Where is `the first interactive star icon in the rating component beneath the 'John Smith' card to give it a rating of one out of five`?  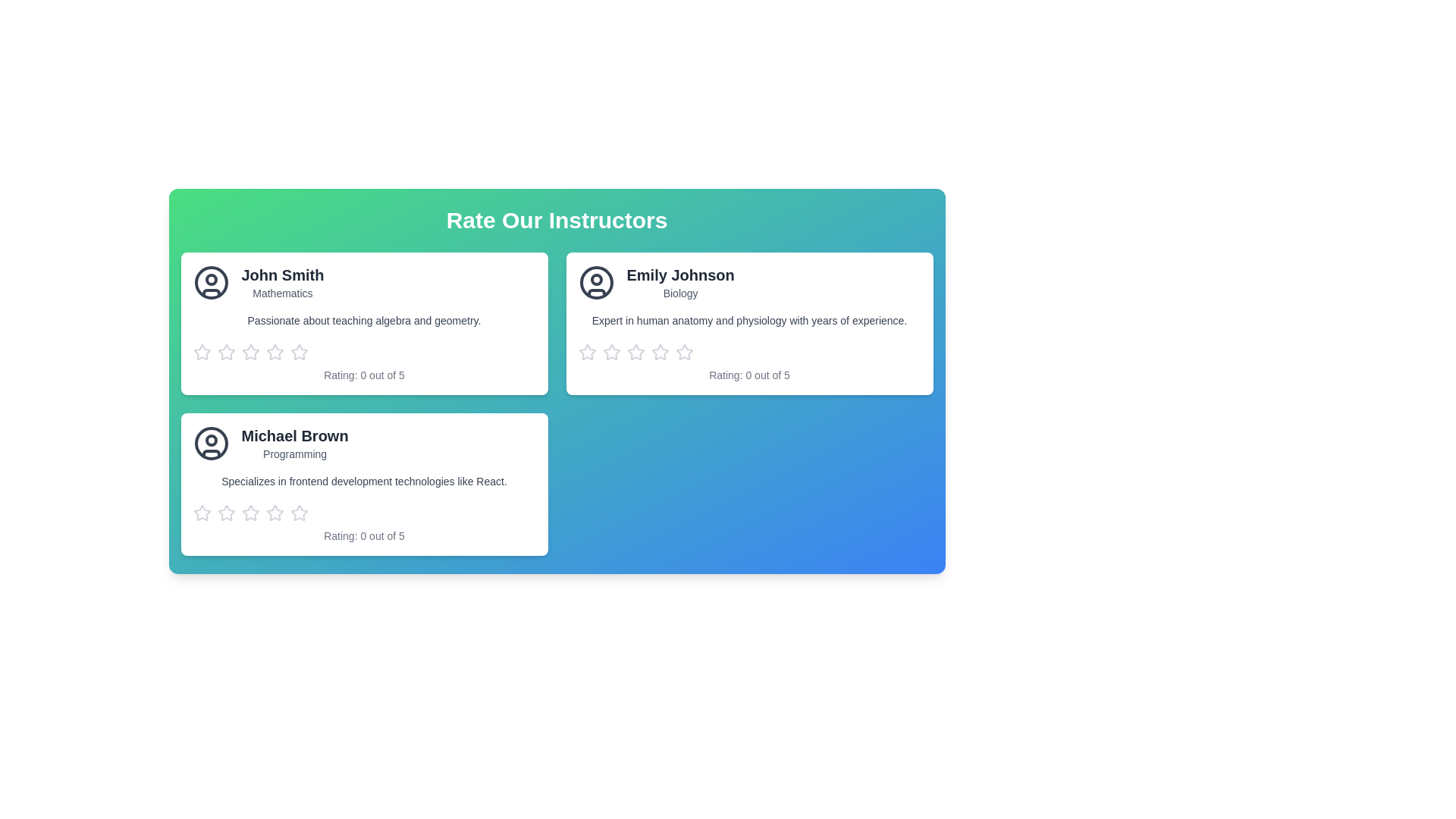 the first interactive star icon in the rating component beneath the 'John Smith' card to give it a rating of one out of five is located at coordinates (201, 353).